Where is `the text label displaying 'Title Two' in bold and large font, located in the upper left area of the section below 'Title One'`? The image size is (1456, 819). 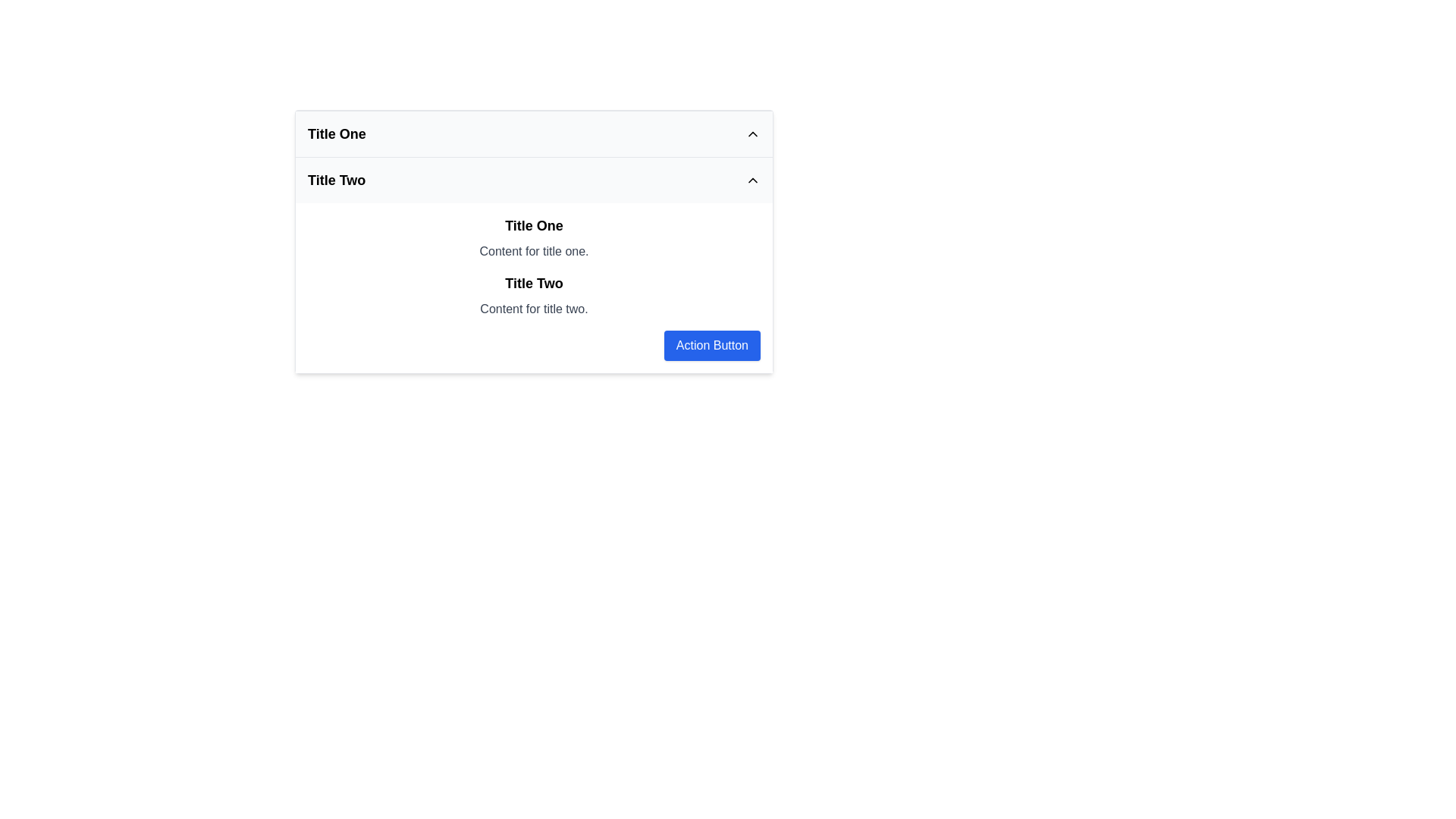 the text label displaying 'Title Two' in bold and large font, located in the upper left area of the section below 'Title One' is located at coordinates (336, 180).